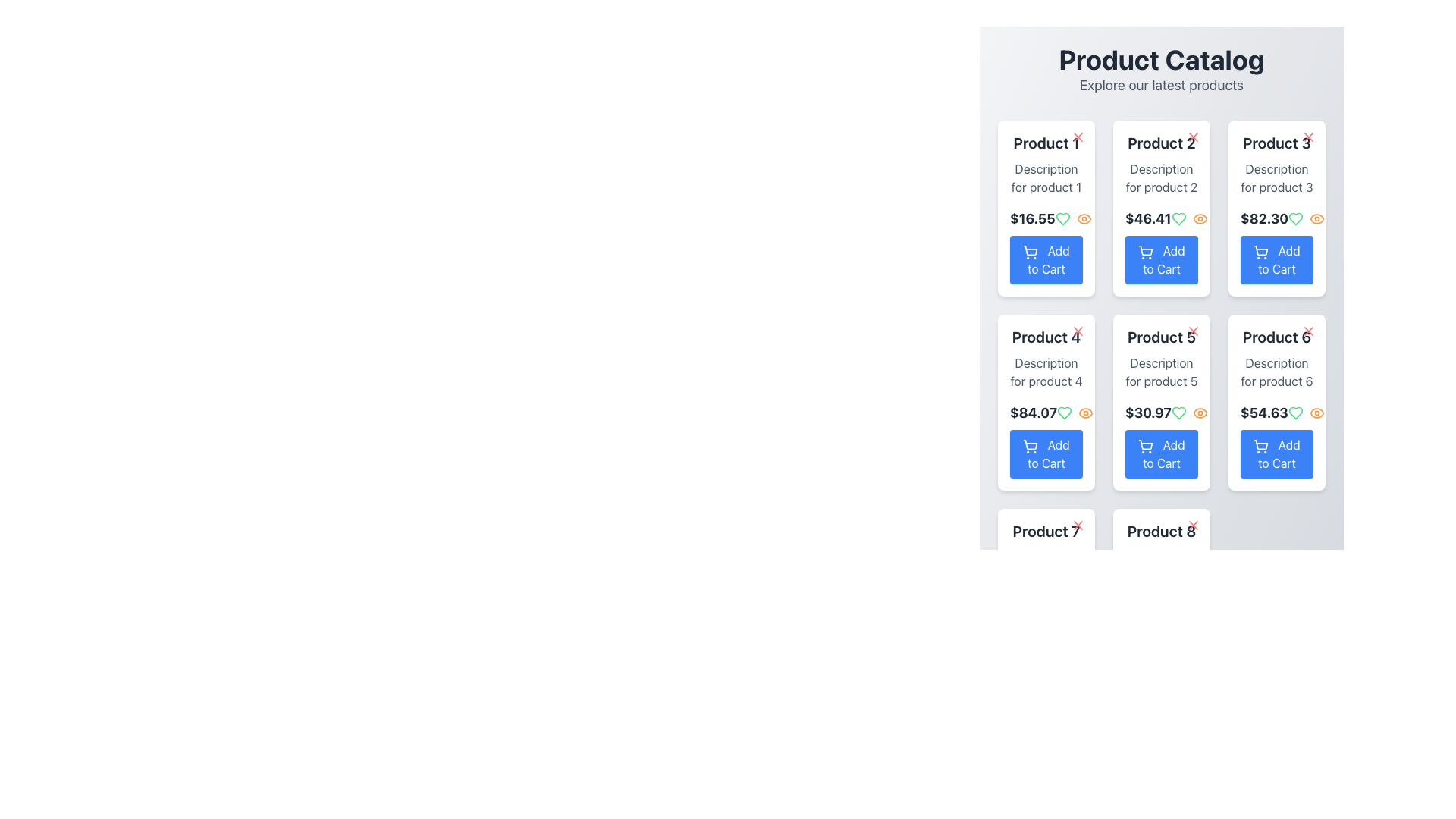 The image size is (1456, 819). What do you see at coordinates (1160, 595) in the screenshot?
I see `the 'Add to Cart' button on the 'Product 8' card, which is located at the bottom of the product card displaying the title, description, and price` at bounding box center [1160, 595].